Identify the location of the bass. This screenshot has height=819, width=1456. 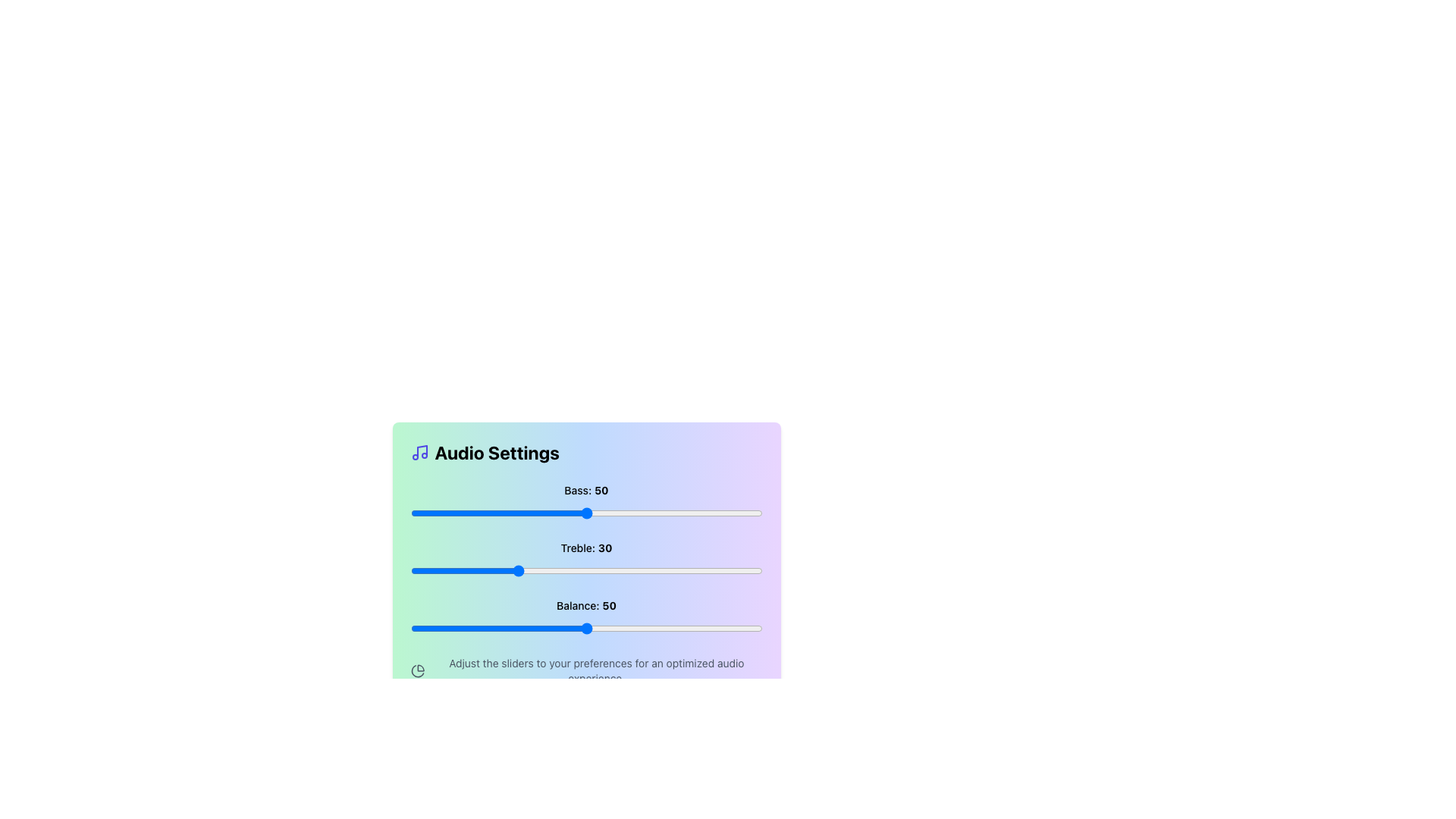
(523, 513).